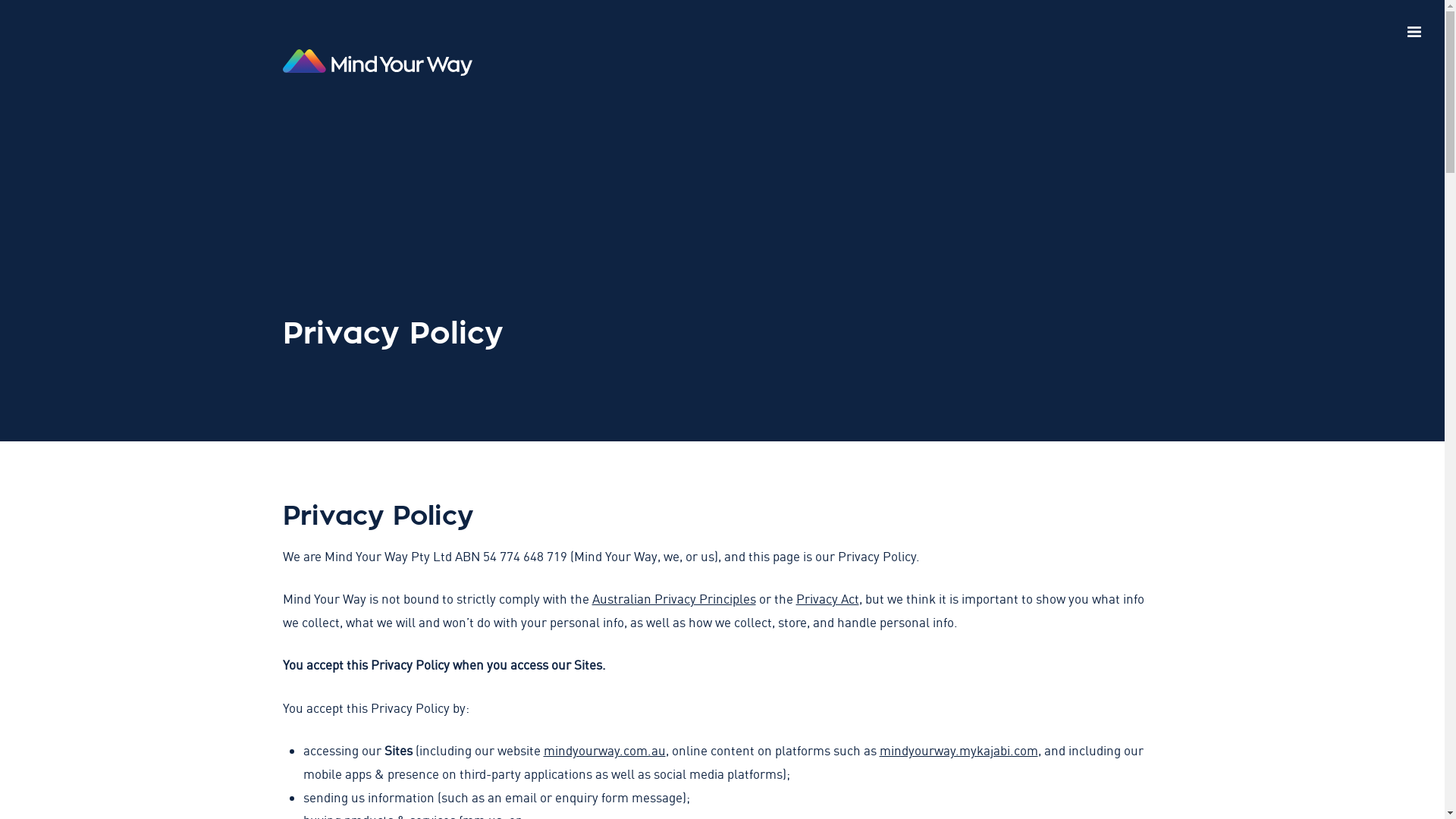  I want to click on 'Australian Privacy Principles', so click(673, 598).